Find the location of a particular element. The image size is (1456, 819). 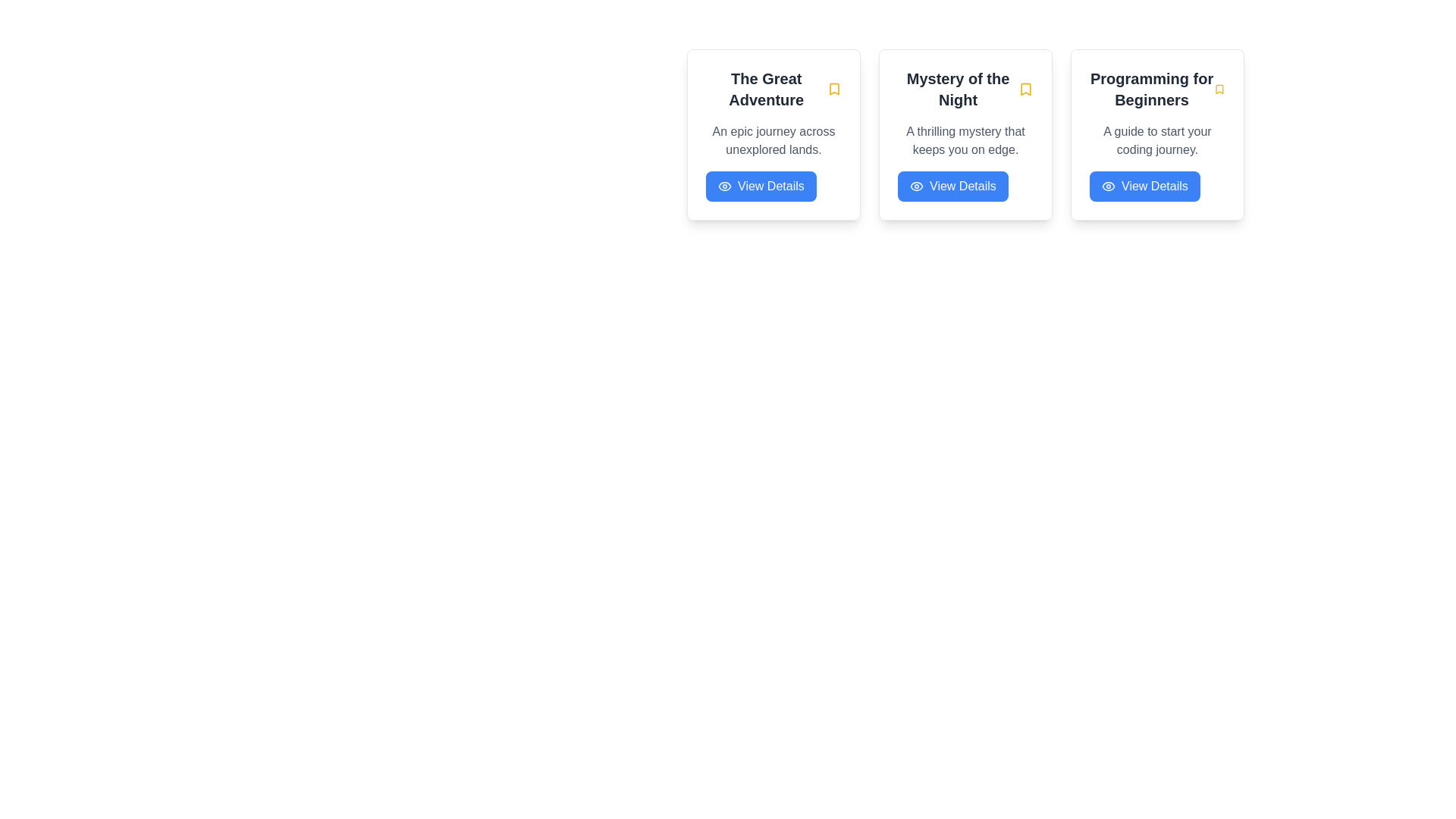

title 'The Great Adventure' and description 'An epic journey across unexplored lands.' from the first card component in the grid layout is located at coordinates (773, 133).